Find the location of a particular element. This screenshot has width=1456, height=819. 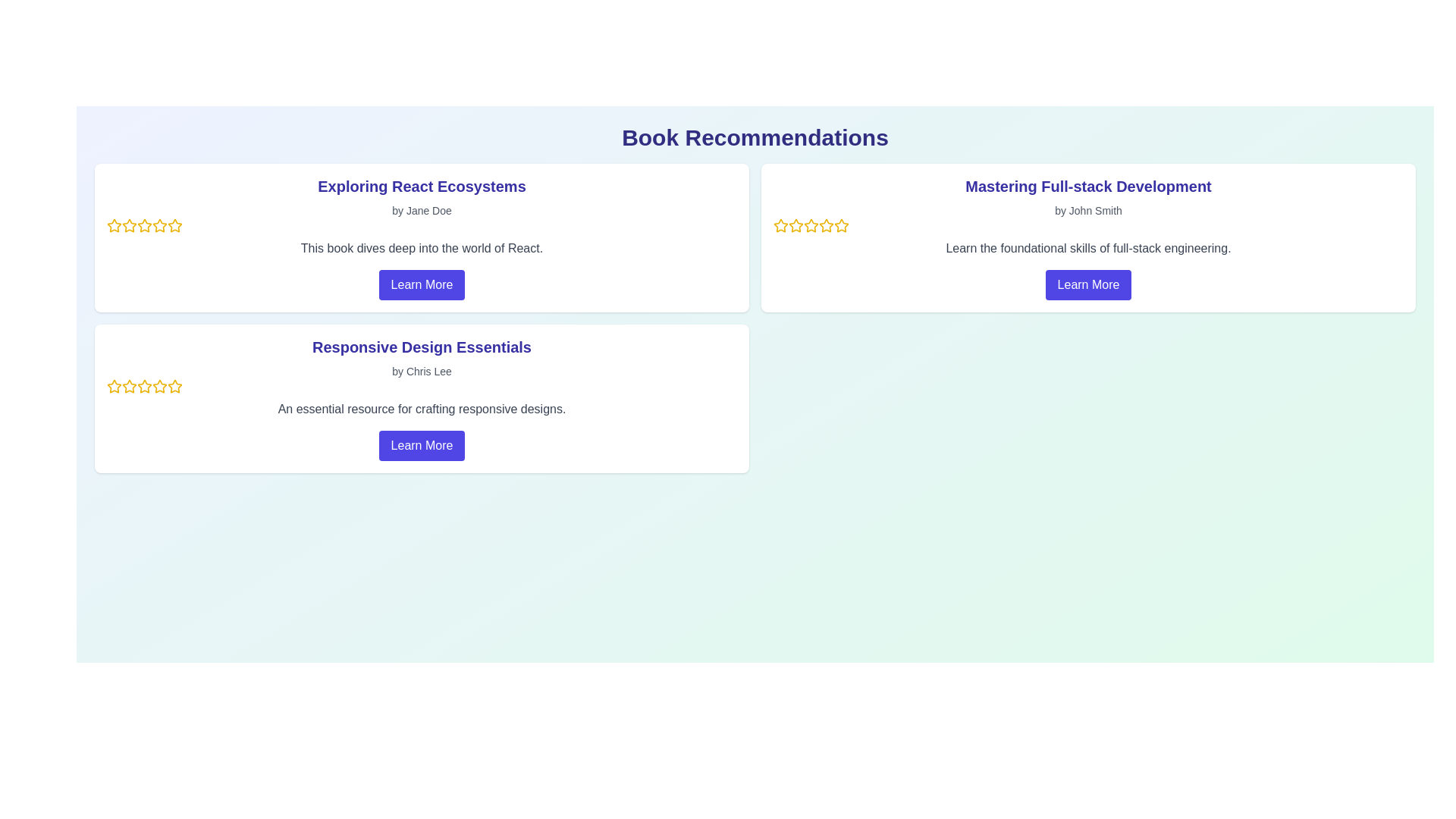

the first rating star of the 5-star rating system located below the title 'Responsive Design Essentials' in the bottom-left card of the layout is located at coordinates (113, 385).